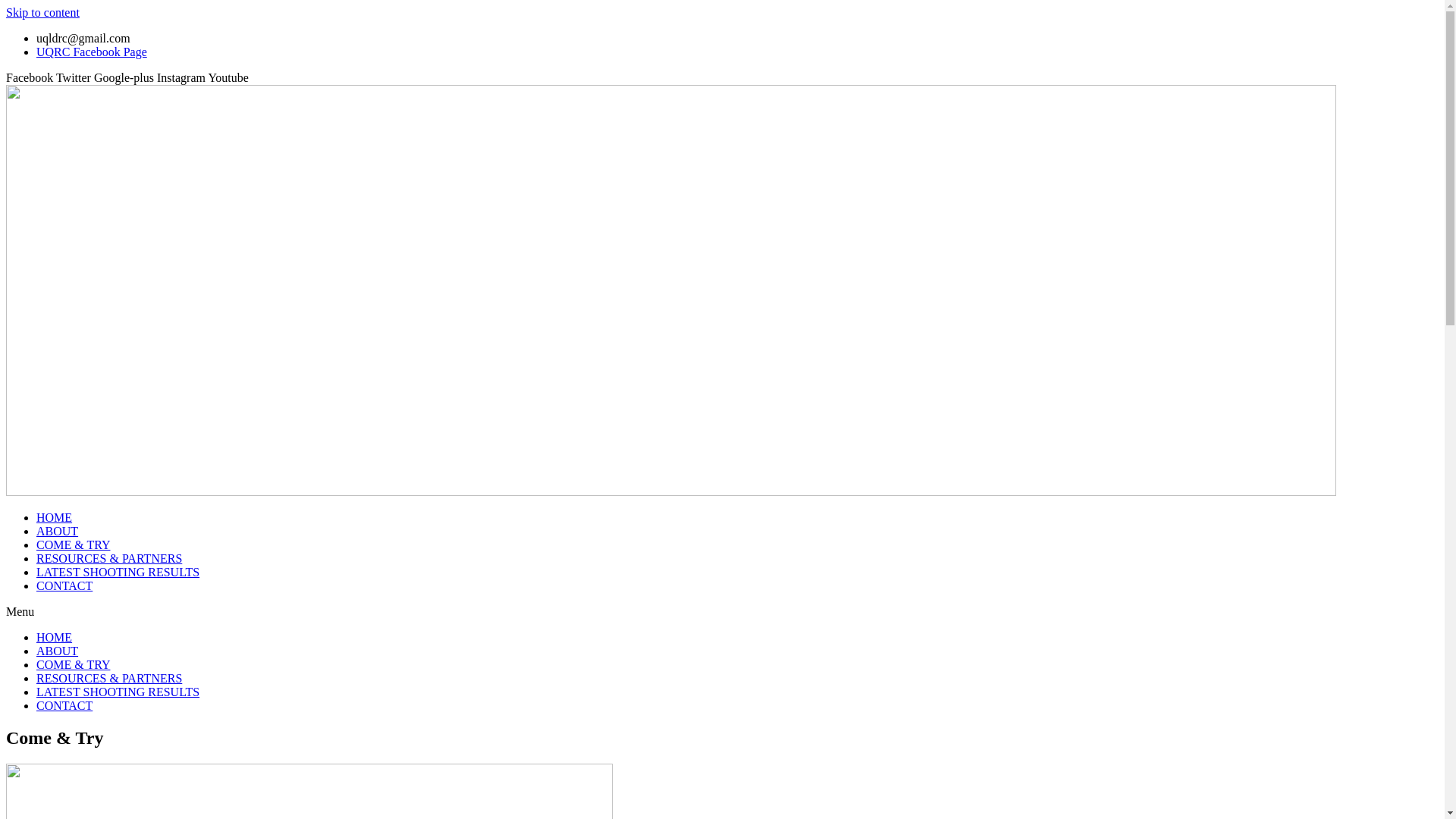  Describe the element at coordinates (31, 77) in the screenshot. I see `'Facebook'` at that location.